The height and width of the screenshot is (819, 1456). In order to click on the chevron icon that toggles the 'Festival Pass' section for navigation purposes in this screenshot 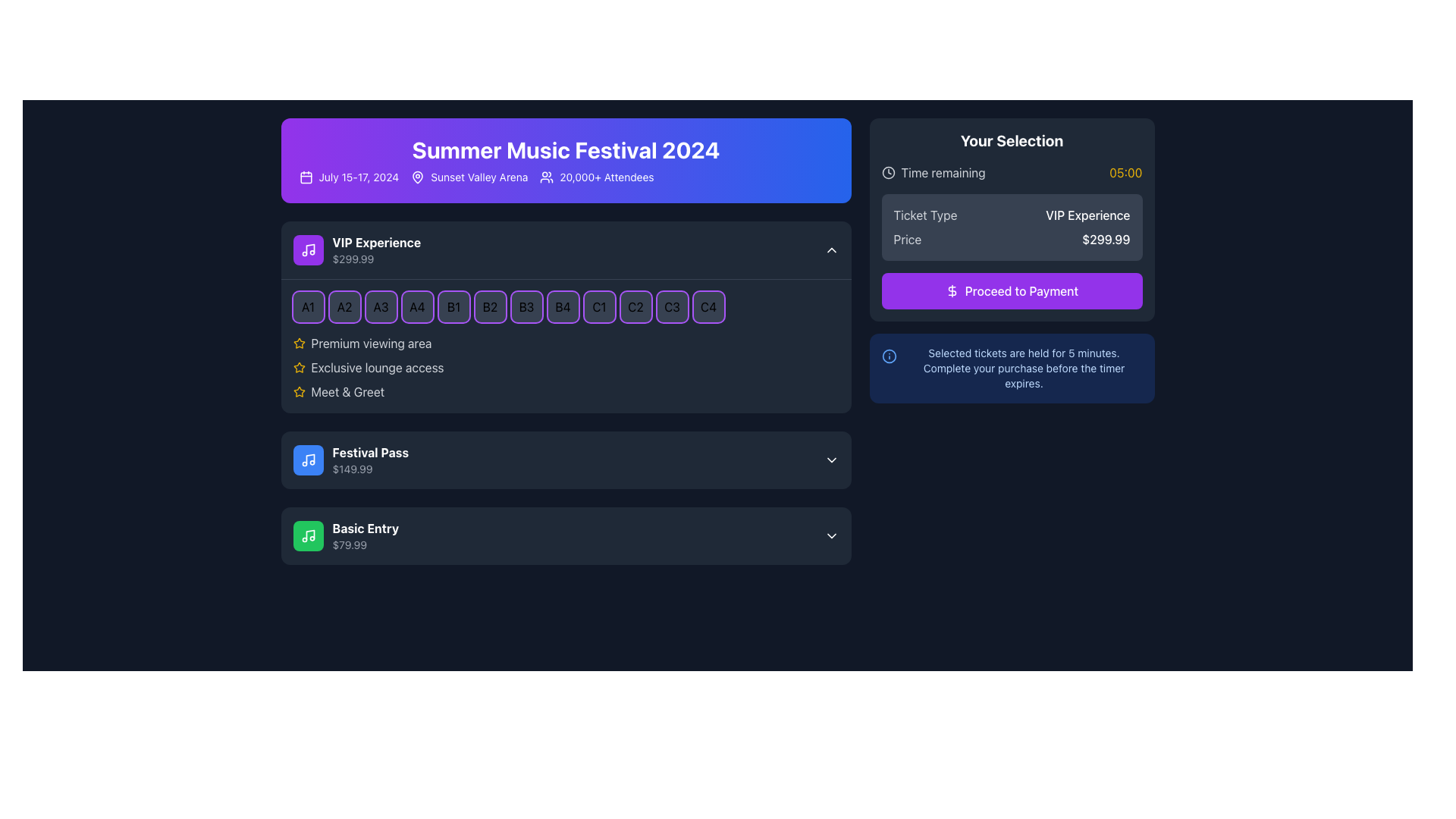, I will do `click(830, 459)`.